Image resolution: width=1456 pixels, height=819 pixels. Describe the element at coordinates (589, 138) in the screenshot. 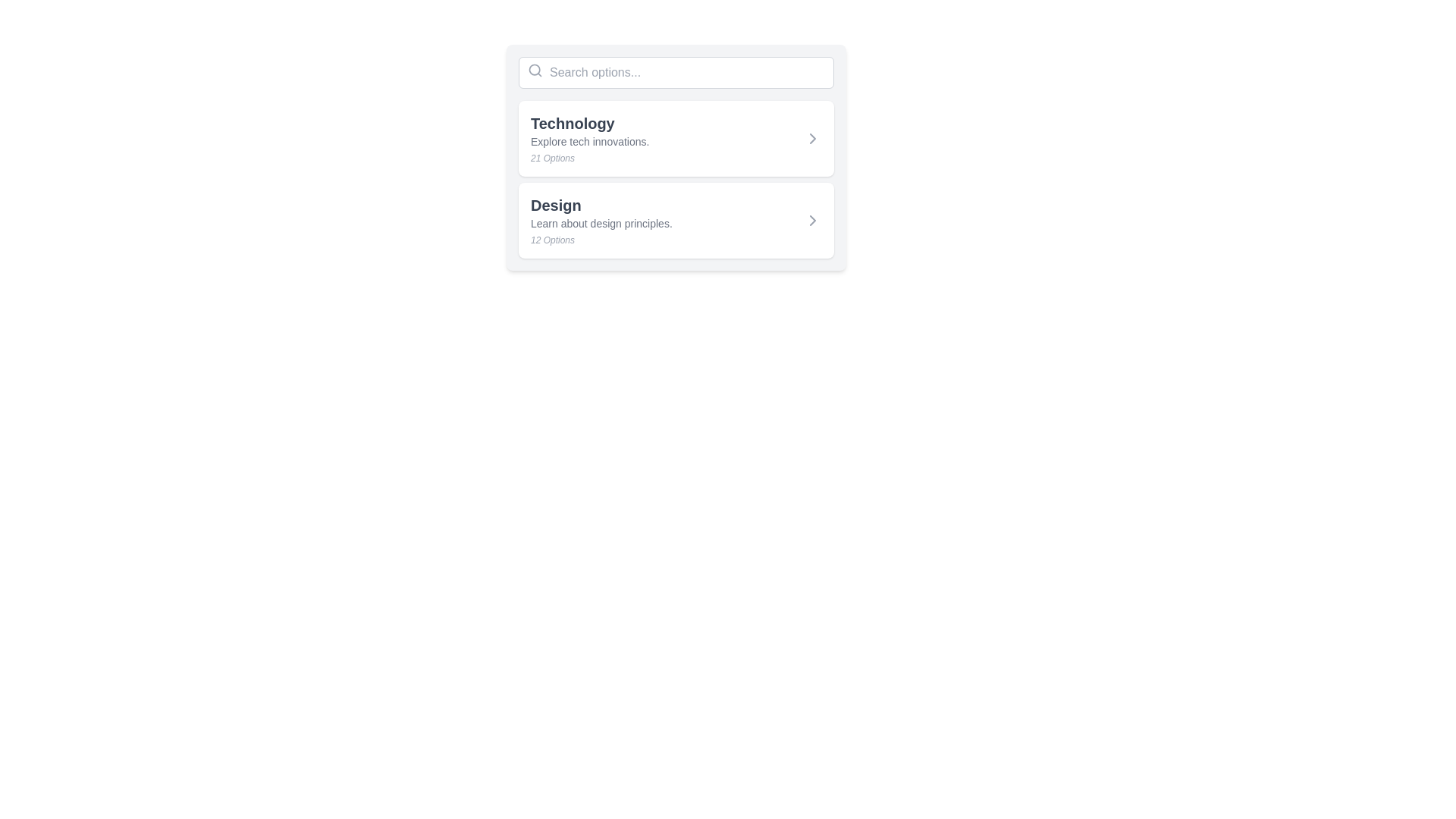

I see `text group including the title 'Technology', the description 'Explore tech innovations.', and the note '21 Options', which is the first item in a vertically arranged list below the search bar` at that location.